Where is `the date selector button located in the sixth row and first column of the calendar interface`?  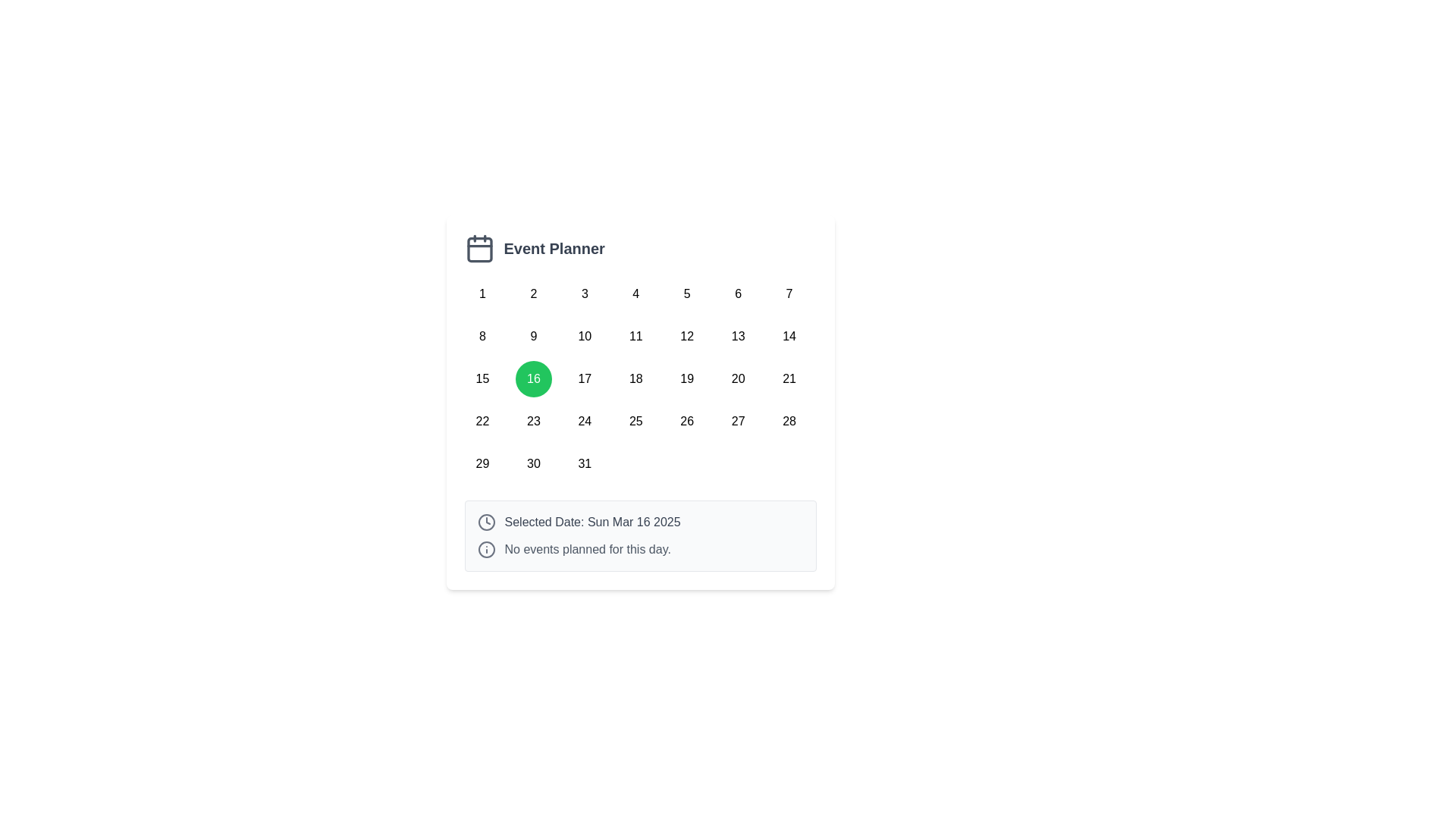
the date selector button located in the sixth row and first column of the calendar interface is located at coordinates (482, 421).